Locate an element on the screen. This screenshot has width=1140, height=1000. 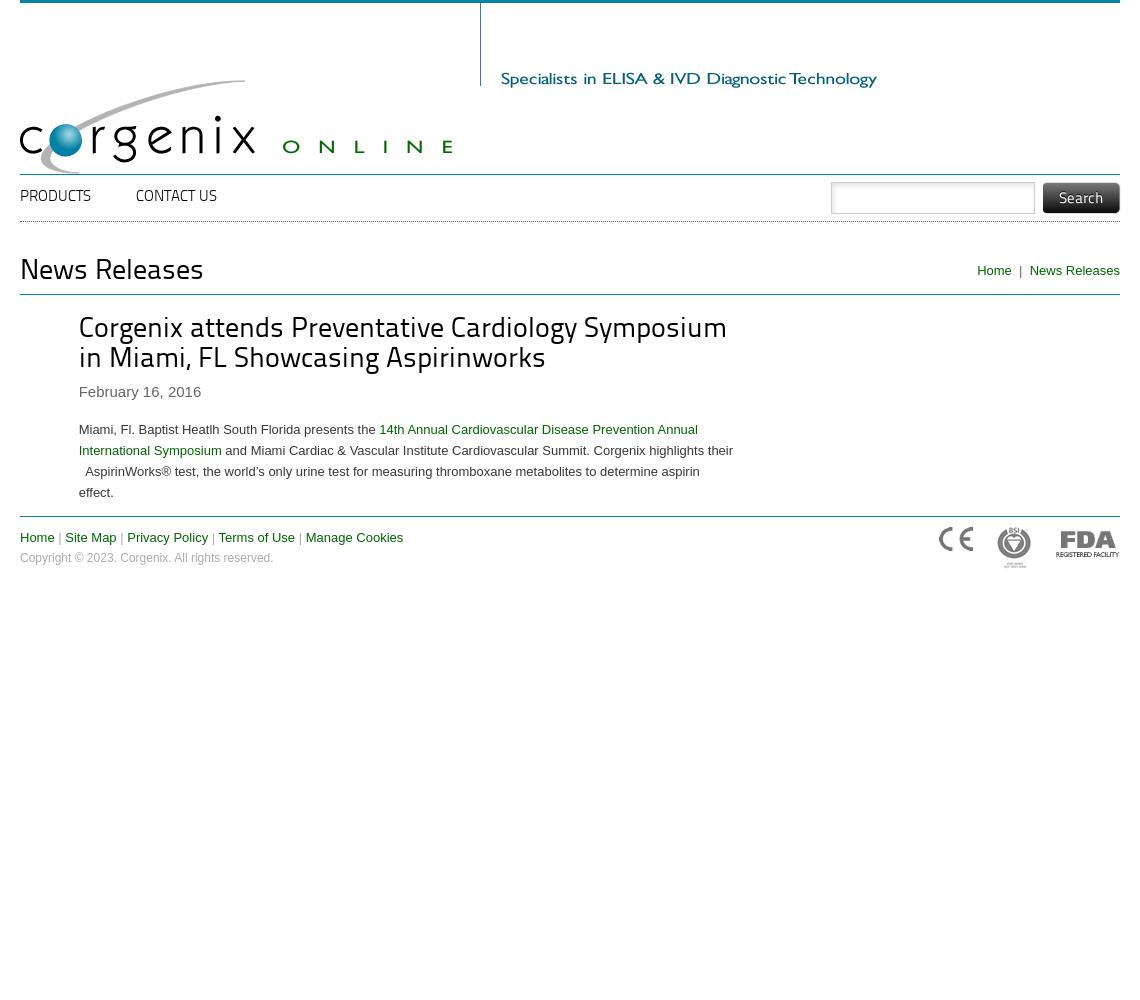
'Corgenix attends Preventative Cardiology Symposium in Miami, FL Showcasing Aspirinworks' is located at coordinates (400, 343).